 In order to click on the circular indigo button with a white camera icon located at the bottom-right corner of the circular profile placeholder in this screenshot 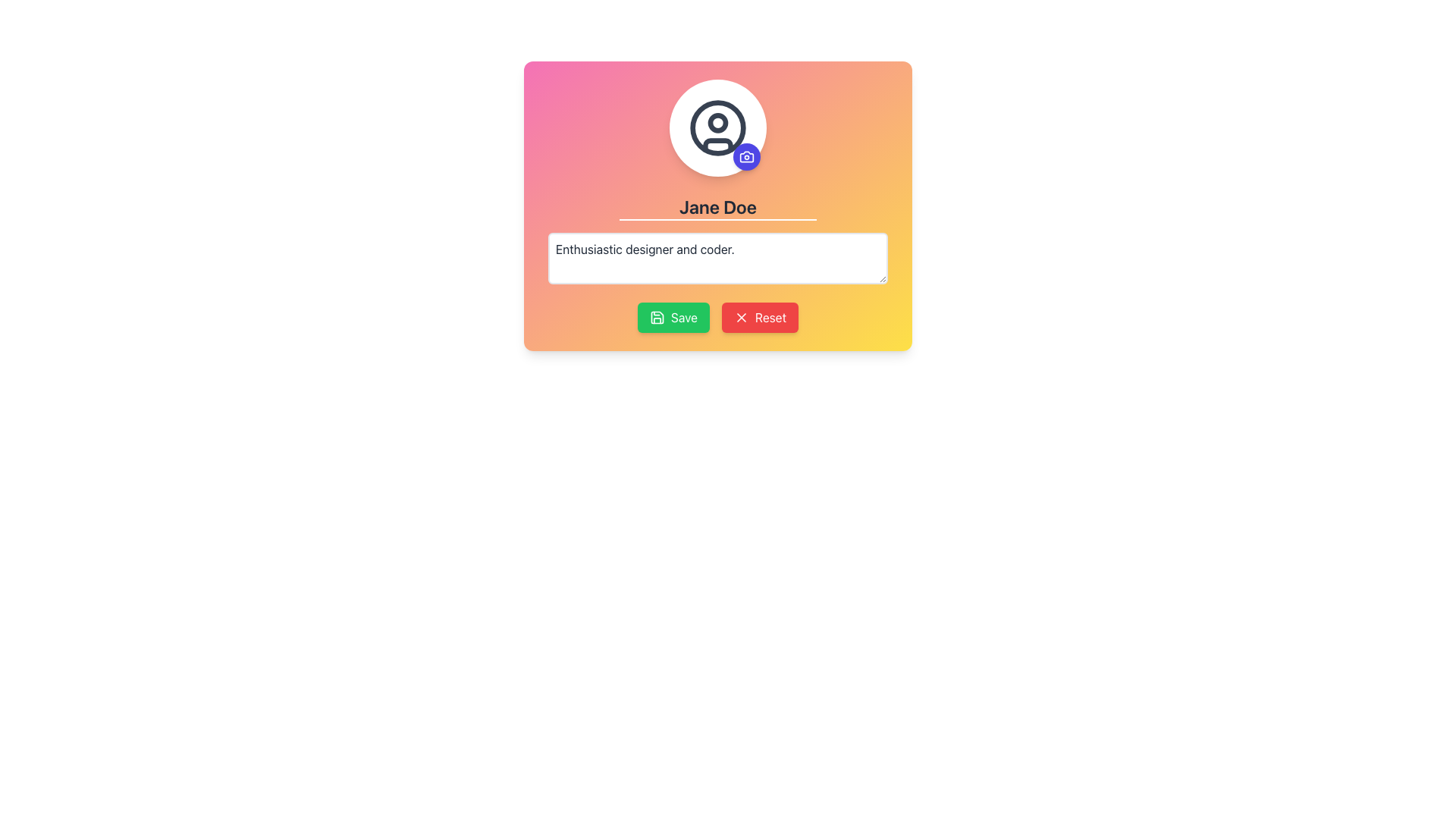, I will do `click(746, 157)`.